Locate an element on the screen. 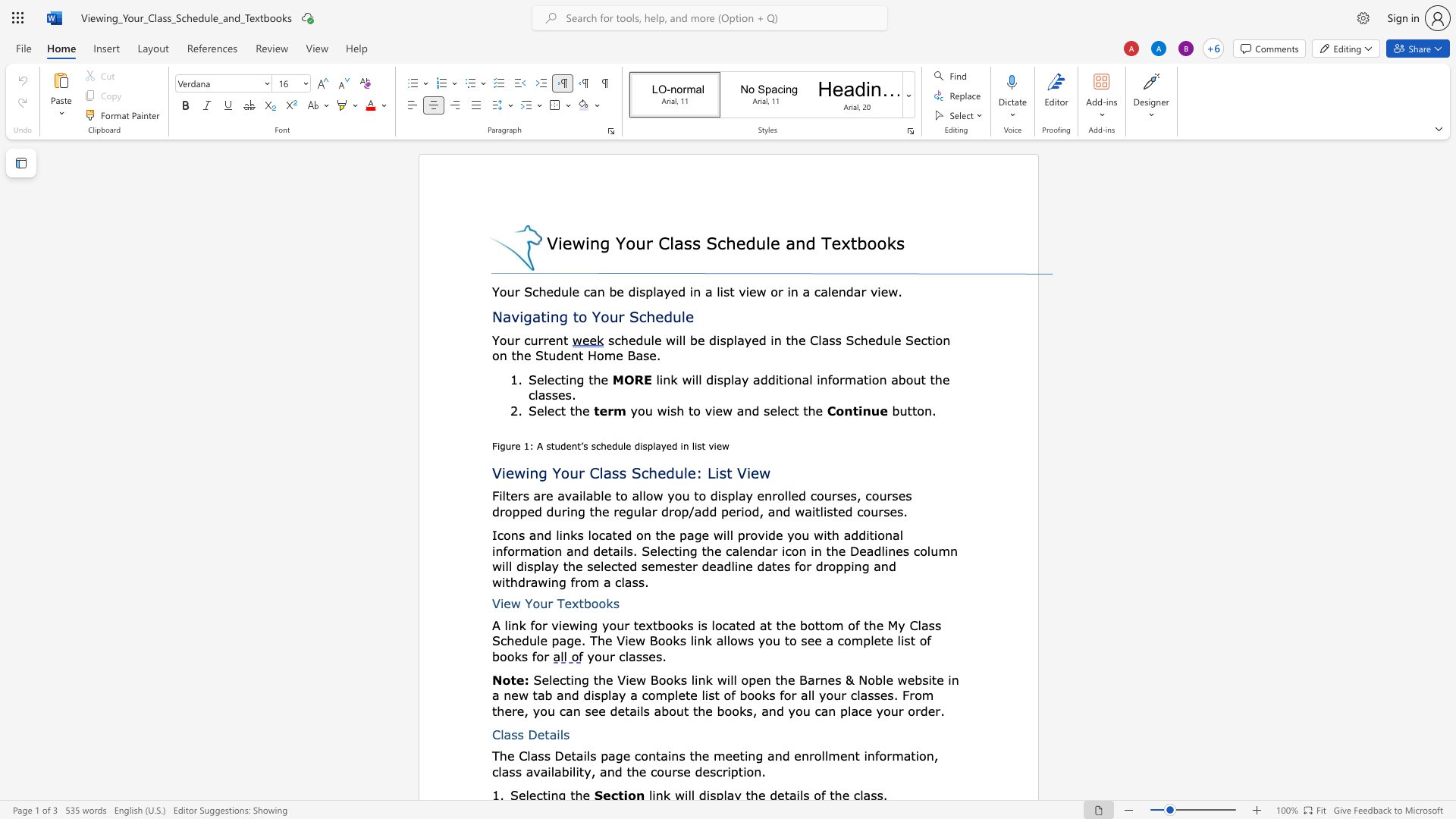 This screenshot has width=1456, height=819. the space between the continuous character "V" and "i" in the text is located at coordinates (555, 242).